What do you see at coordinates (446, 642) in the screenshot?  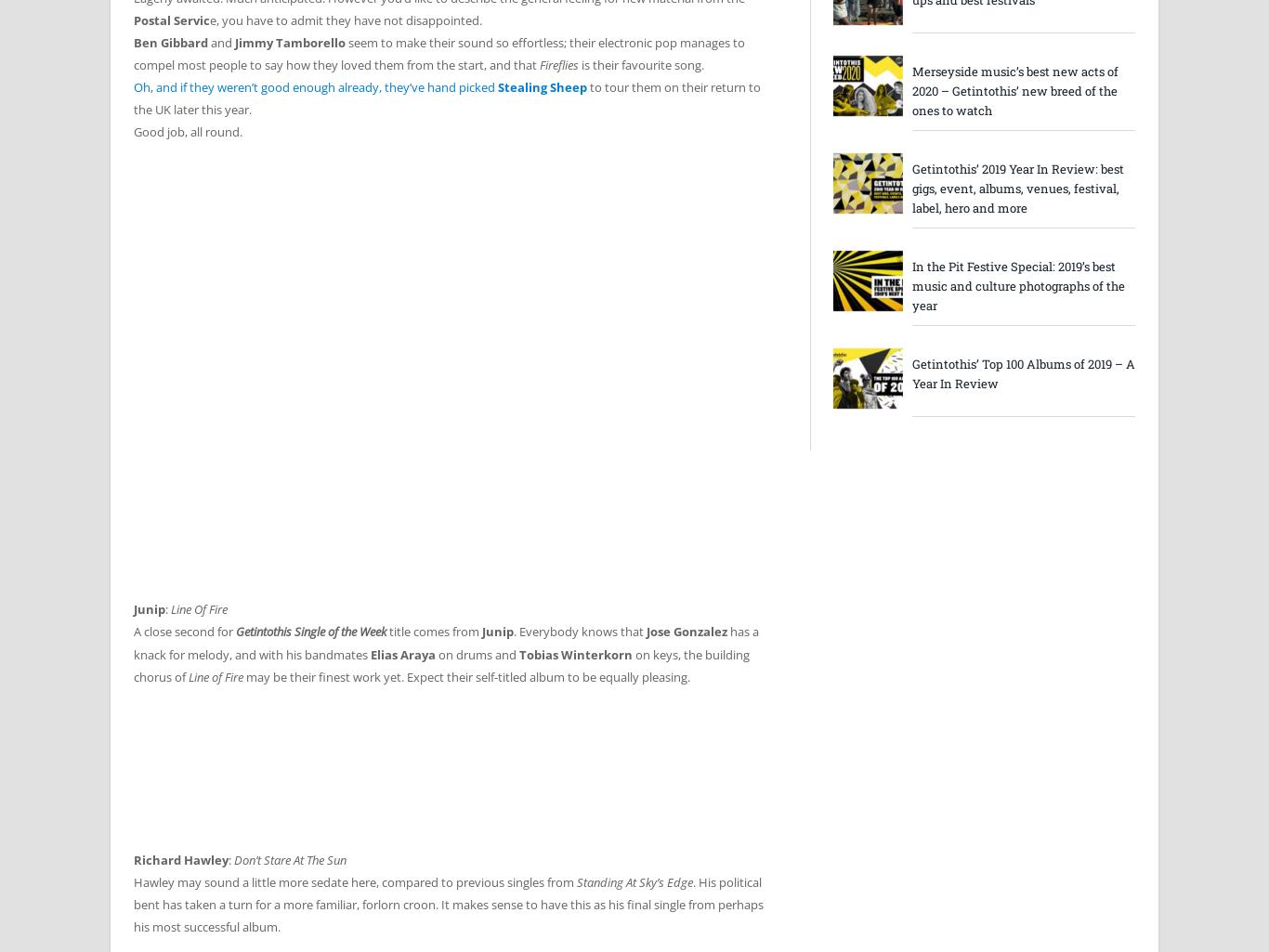 I see `'has a knack for melody, and with his bandmates'` at bounding box center [446, 642].